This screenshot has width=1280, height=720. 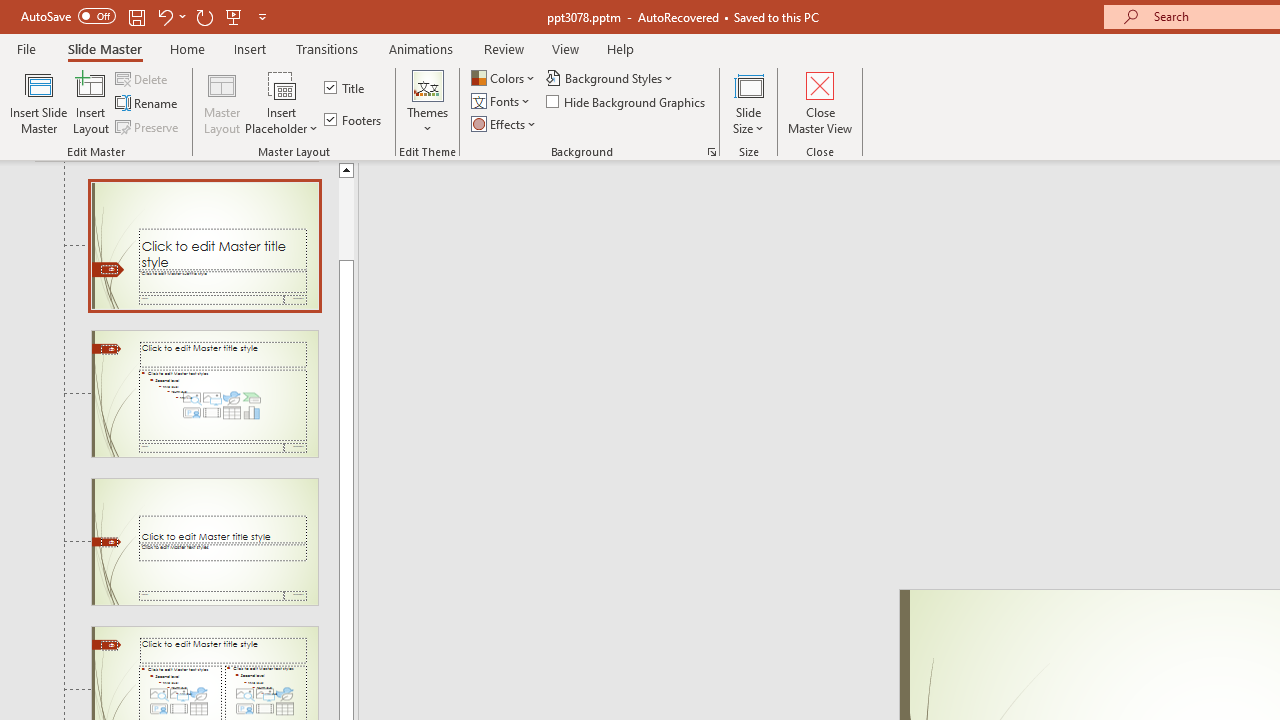 What do you see at coordinates (222, 103) in the screenshot?
I see `'Master Layout...'` at bounding box center [222, 103].